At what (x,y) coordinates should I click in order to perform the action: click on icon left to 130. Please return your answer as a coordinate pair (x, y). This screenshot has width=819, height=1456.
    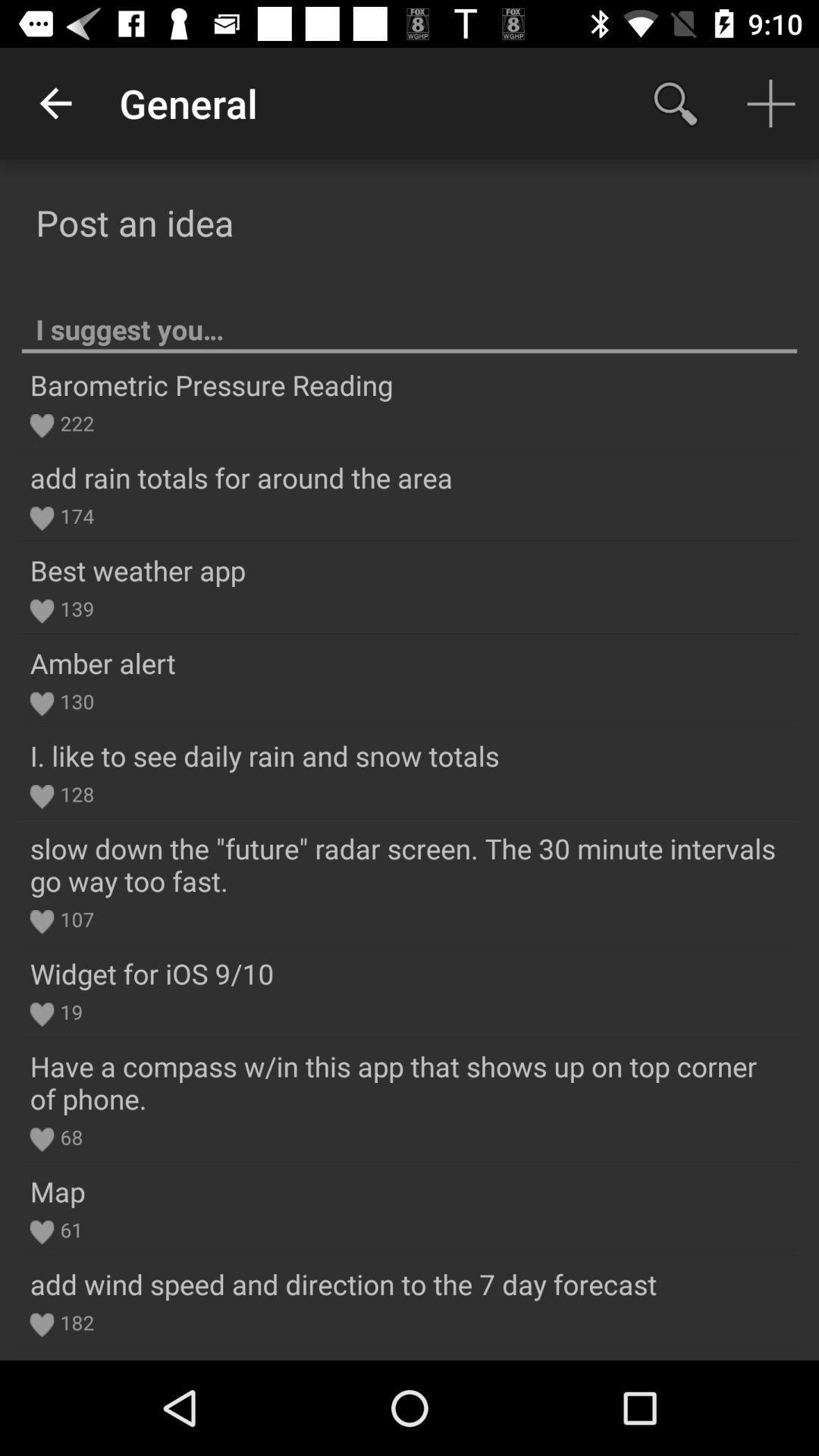
    Looking at the image, I should click on (41, 703).